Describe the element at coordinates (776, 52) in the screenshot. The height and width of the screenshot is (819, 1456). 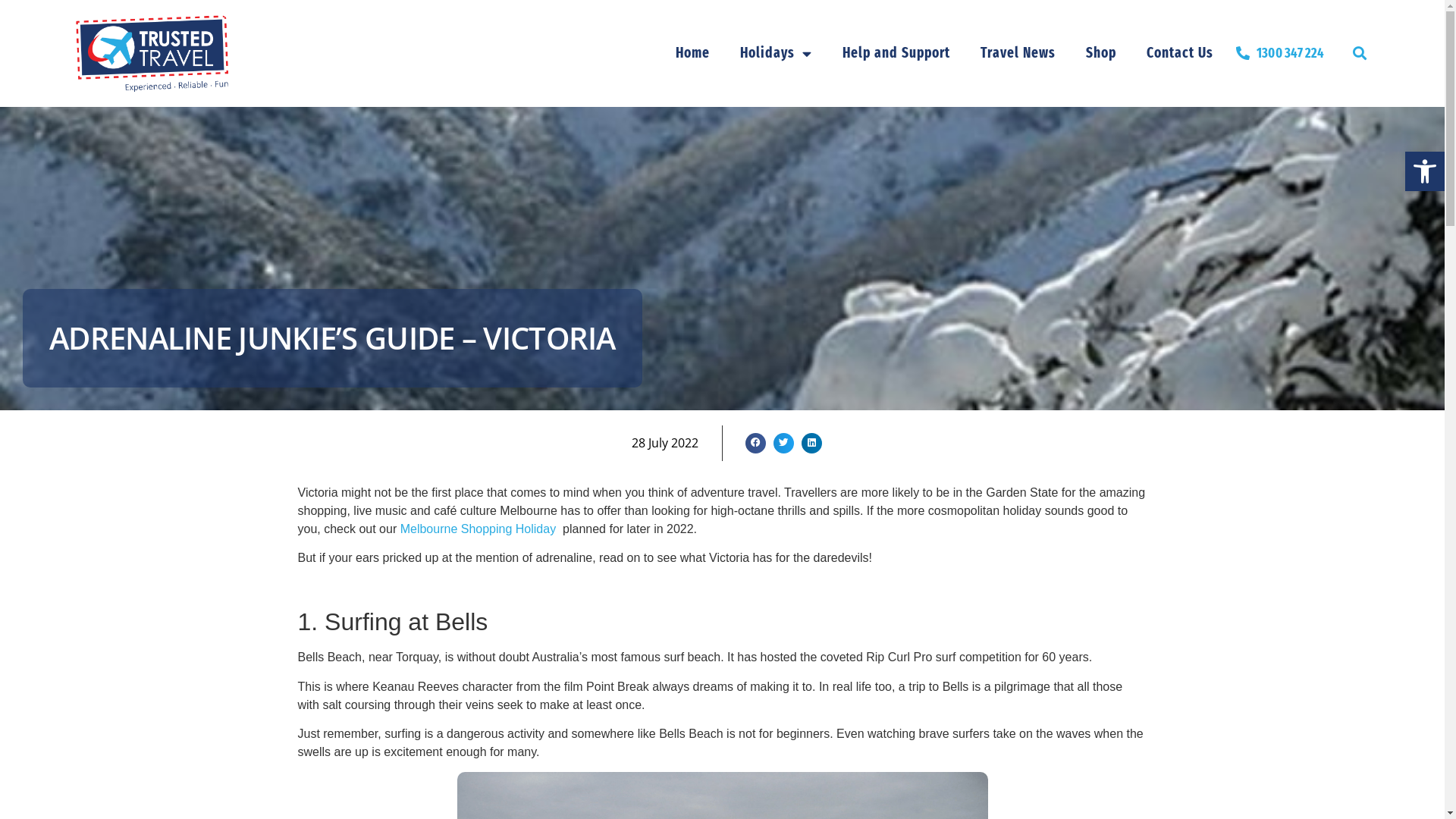
I see `'Holidays'` at that location.